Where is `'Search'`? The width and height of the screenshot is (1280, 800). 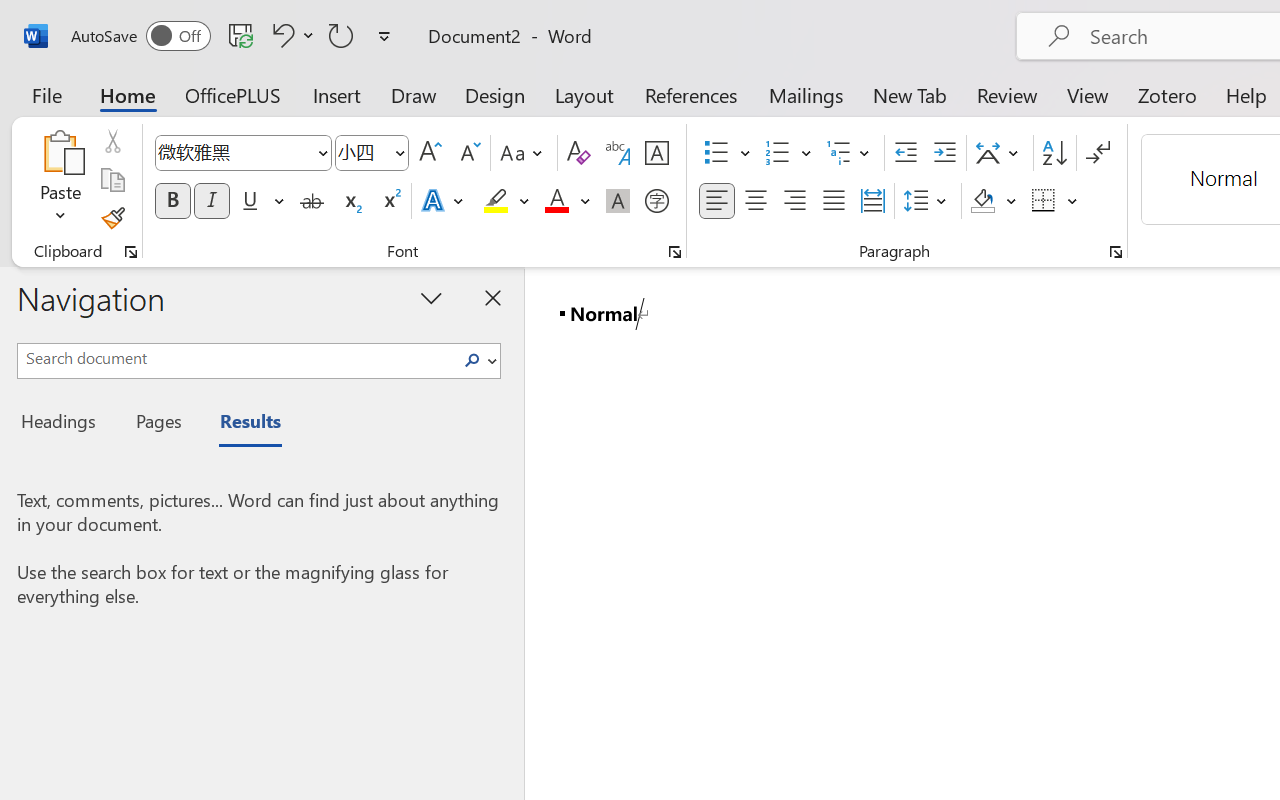
'Search' is located at coordinates (477, 360).